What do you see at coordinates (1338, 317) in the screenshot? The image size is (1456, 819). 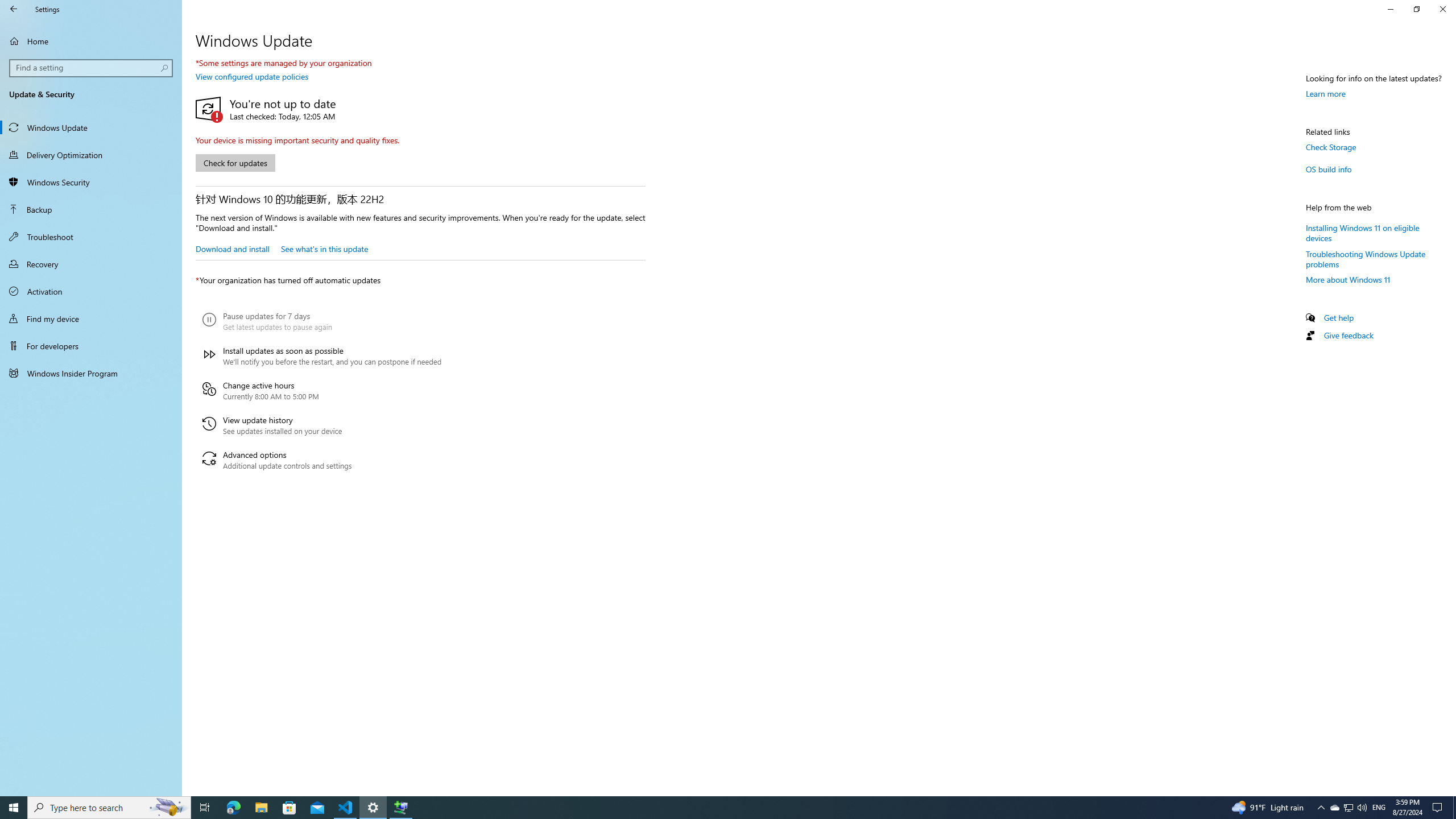 I see `'Get help'` at bounding box center [1338, 317].